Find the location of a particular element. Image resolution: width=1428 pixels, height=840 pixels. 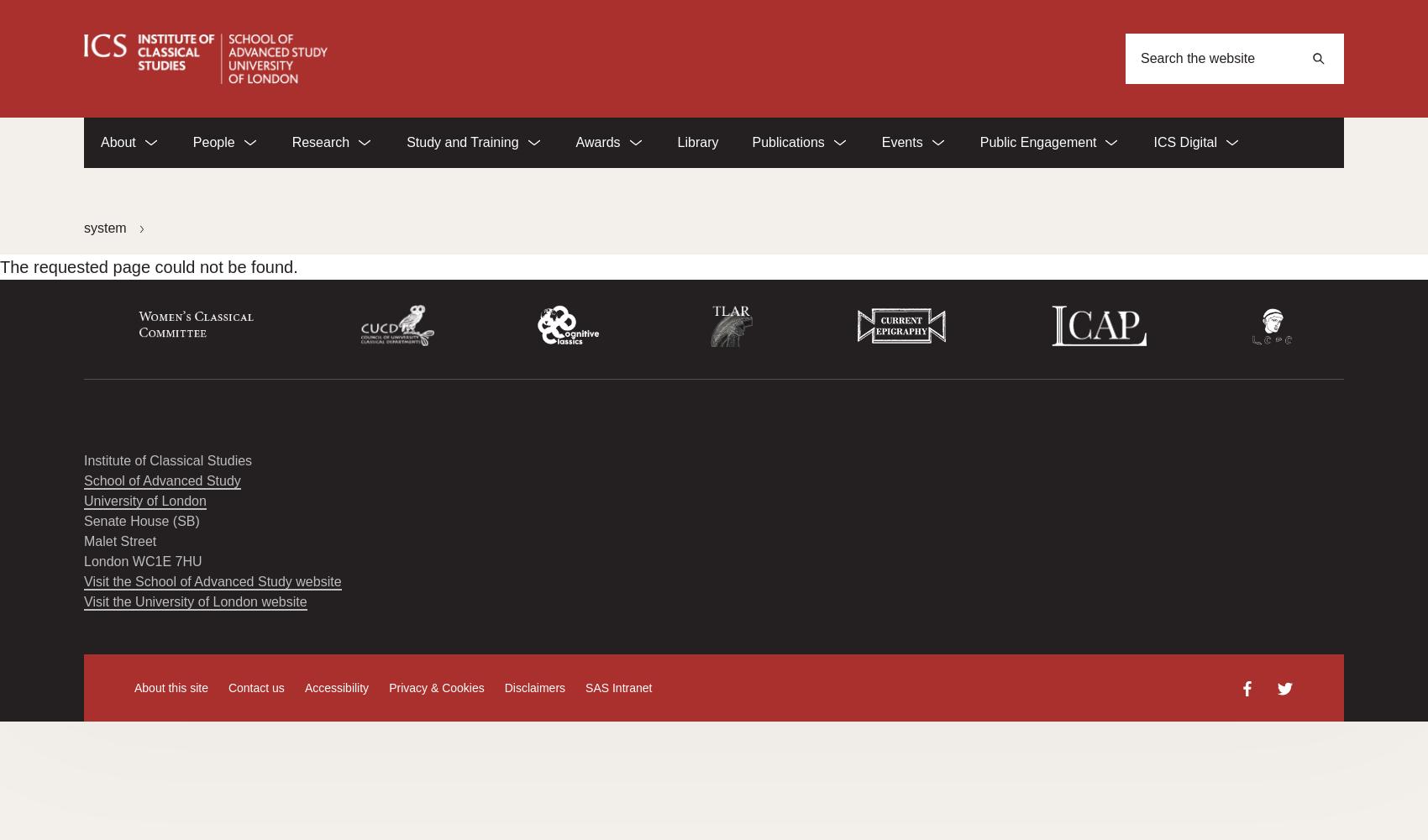

'Public Engagement' is located at coordinates (1037, 142).